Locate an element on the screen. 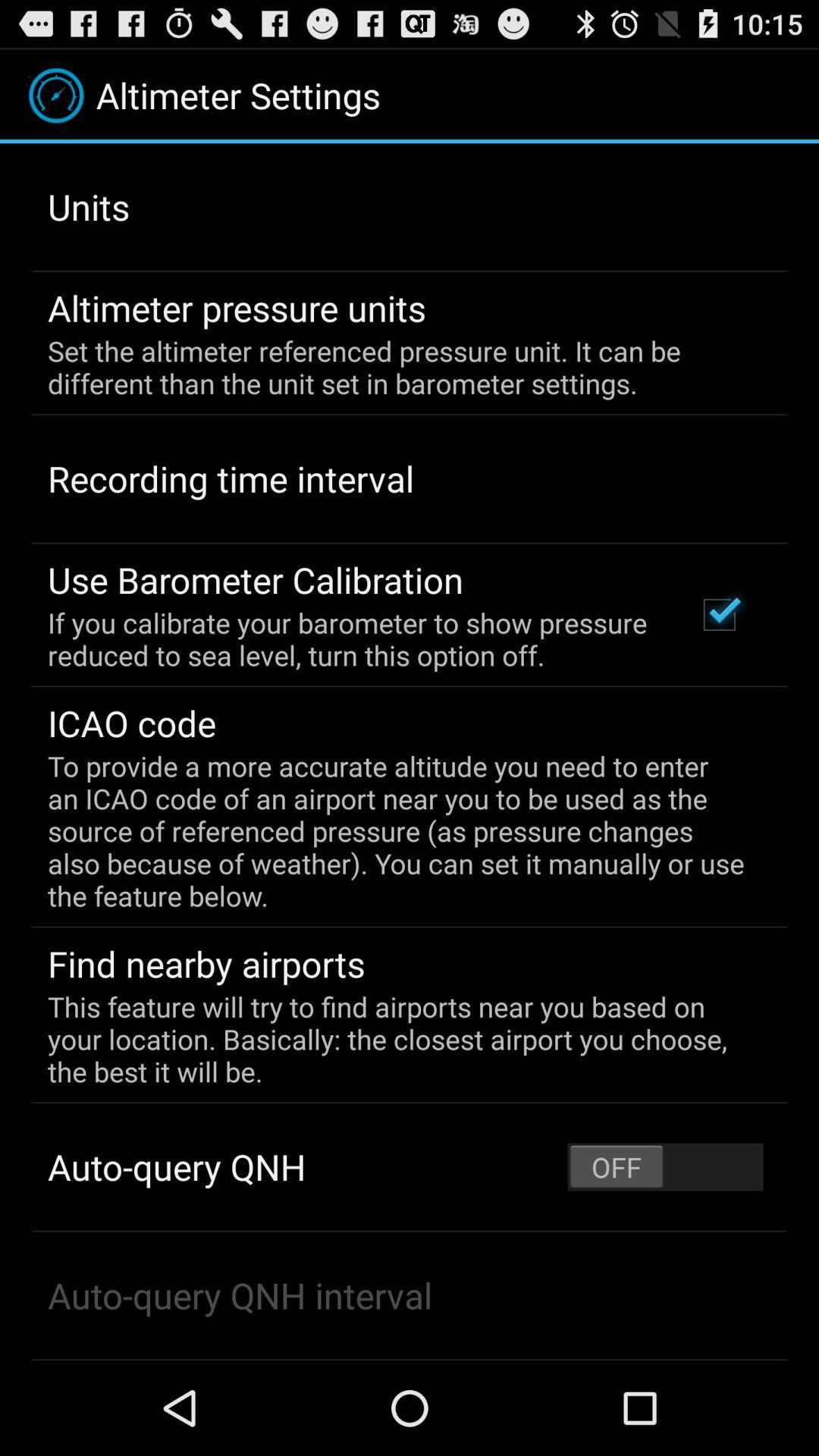  the item below the recording time interval is located at coordinates (255, 579).